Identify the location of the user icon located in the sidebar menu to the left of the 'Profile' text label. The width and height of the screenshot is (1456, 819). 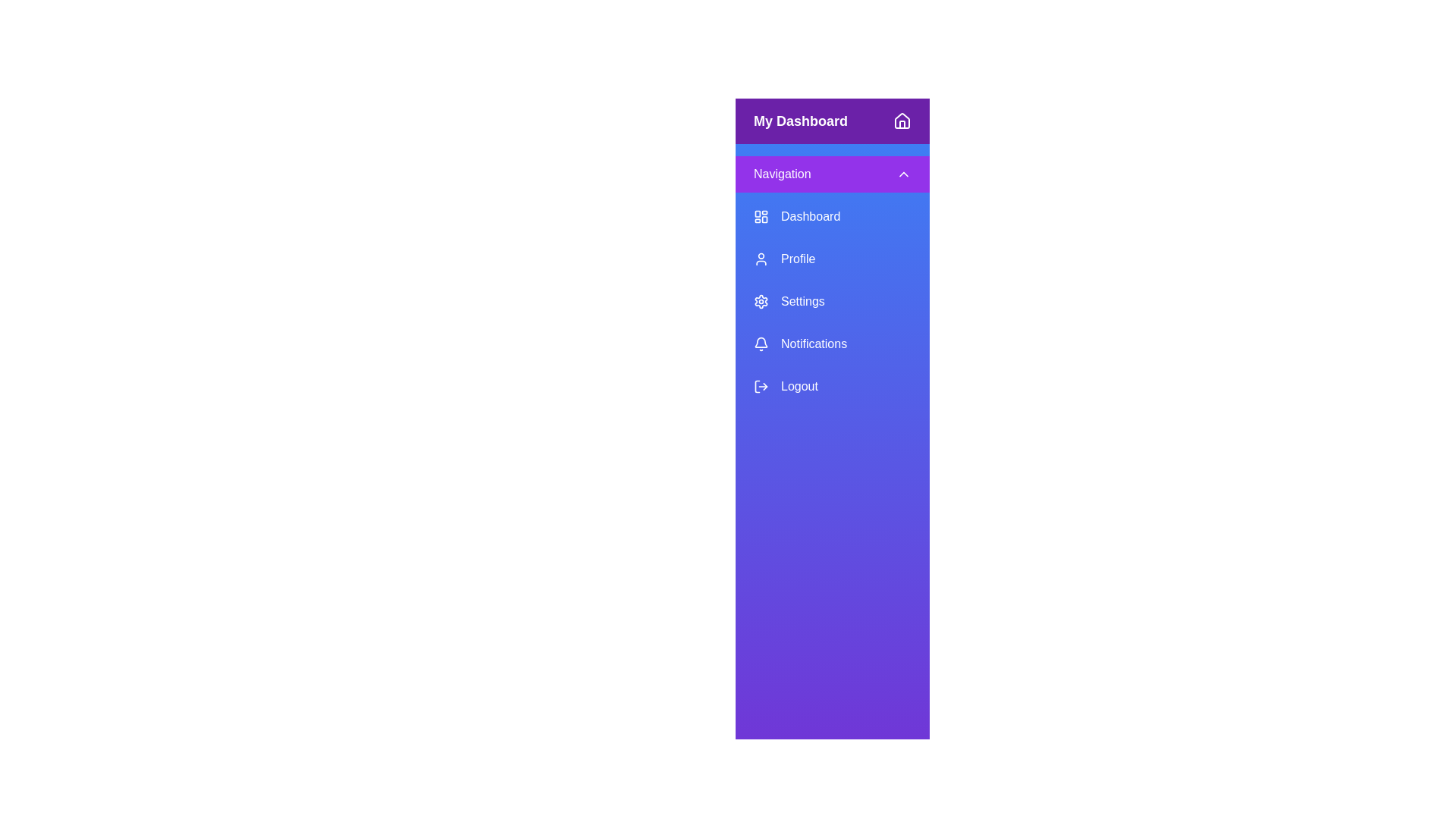
(761, 259).